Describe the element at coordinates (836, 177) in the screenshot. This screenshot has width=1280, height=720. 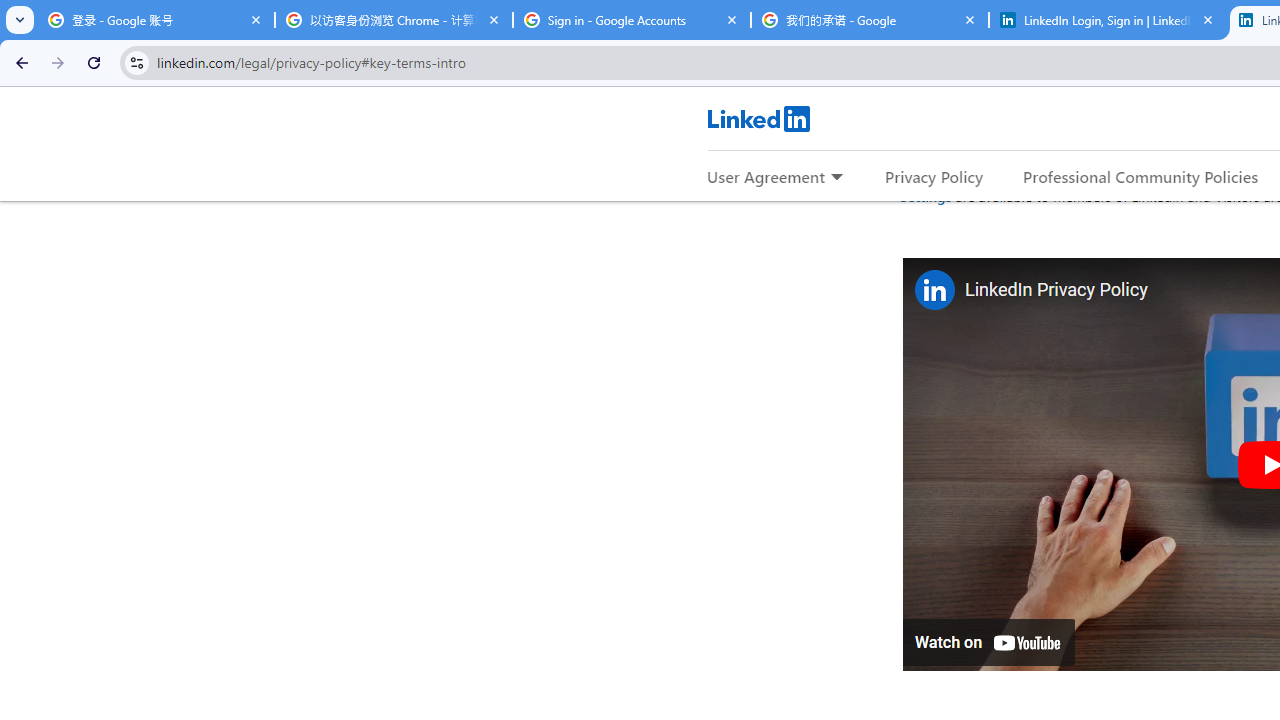
I see `'Expand to show more links for User Agreement'` at that location.